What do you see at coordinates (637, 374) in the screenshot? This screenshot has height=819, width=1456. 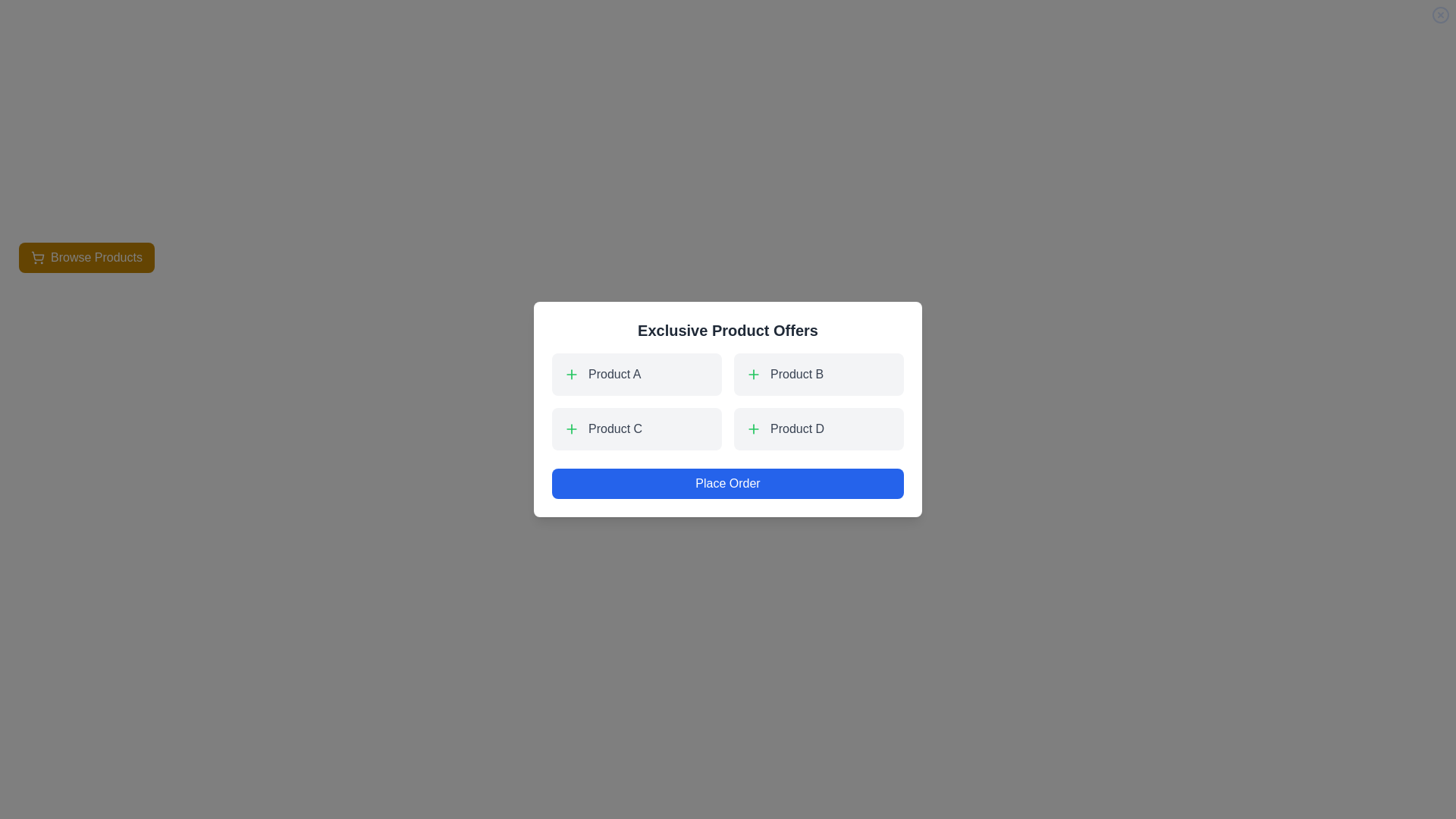 I see `the interactive card or button that provides information about 'Product A', located in the top-left position of the modal titled 'Exclusive Product Offers'` at bounding box center [637, 374].